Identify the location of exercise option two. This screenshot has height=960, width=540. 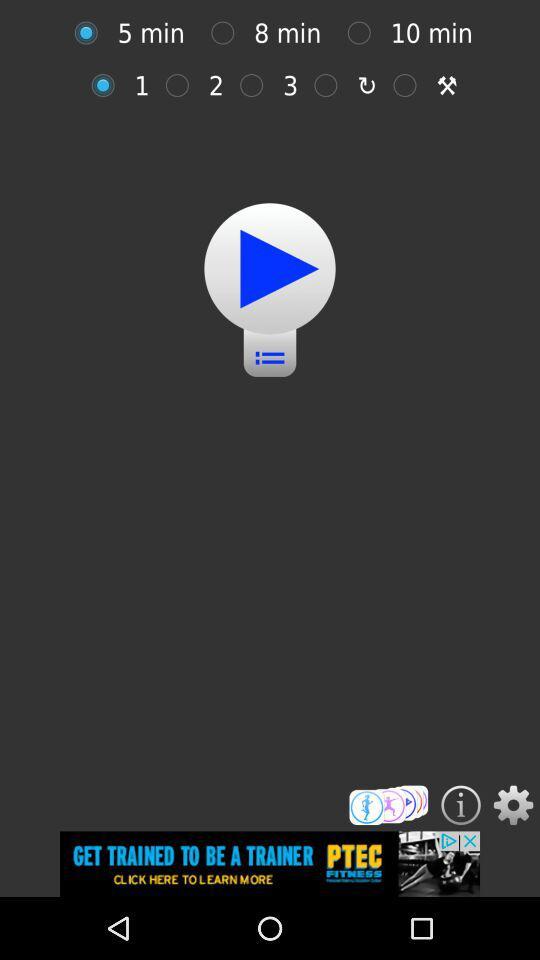
(182, 85).